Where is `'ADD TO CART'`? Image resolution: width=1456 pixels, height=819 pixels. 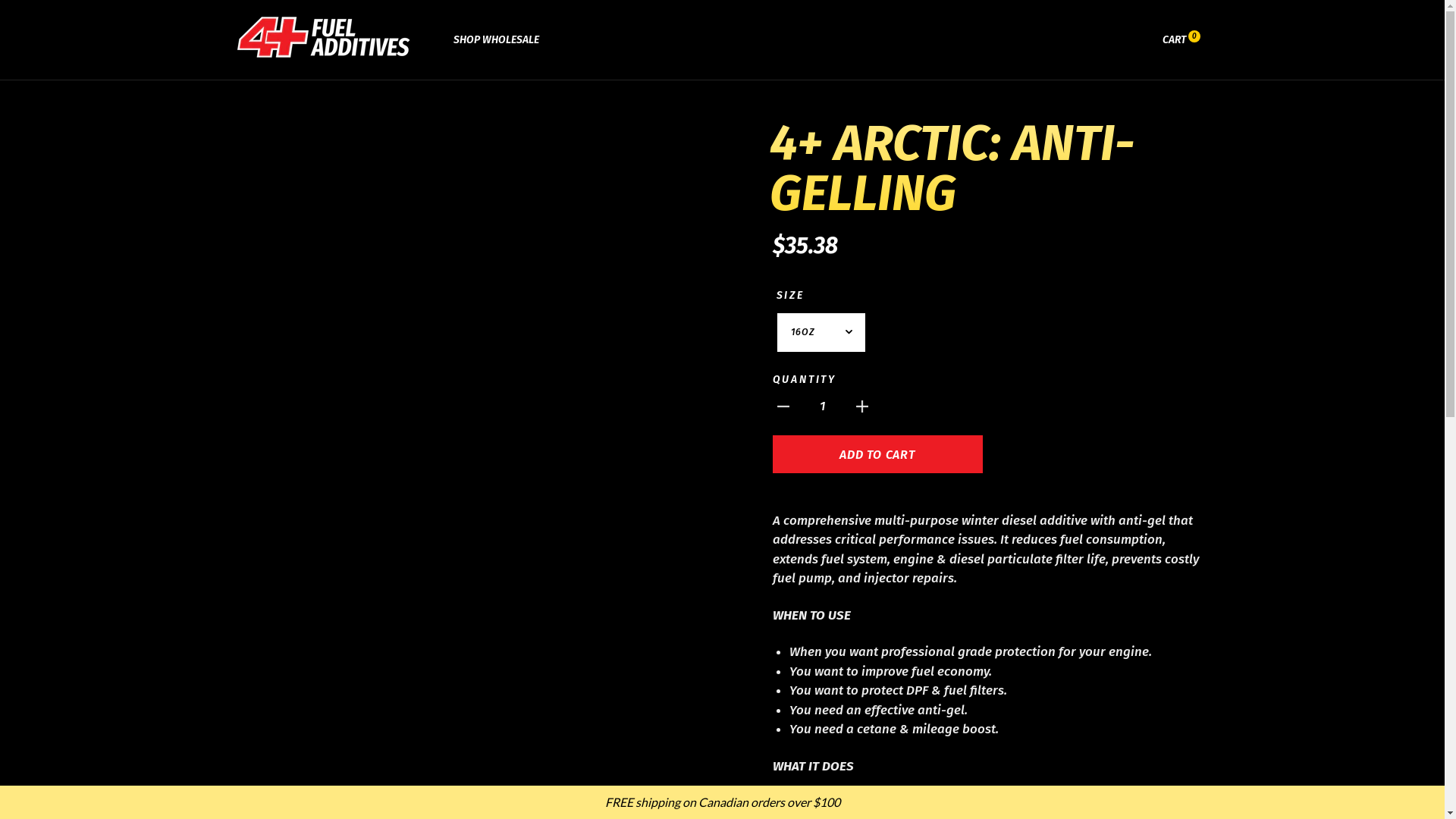
'ADD TO CART' is located at coordinates (877, 453).